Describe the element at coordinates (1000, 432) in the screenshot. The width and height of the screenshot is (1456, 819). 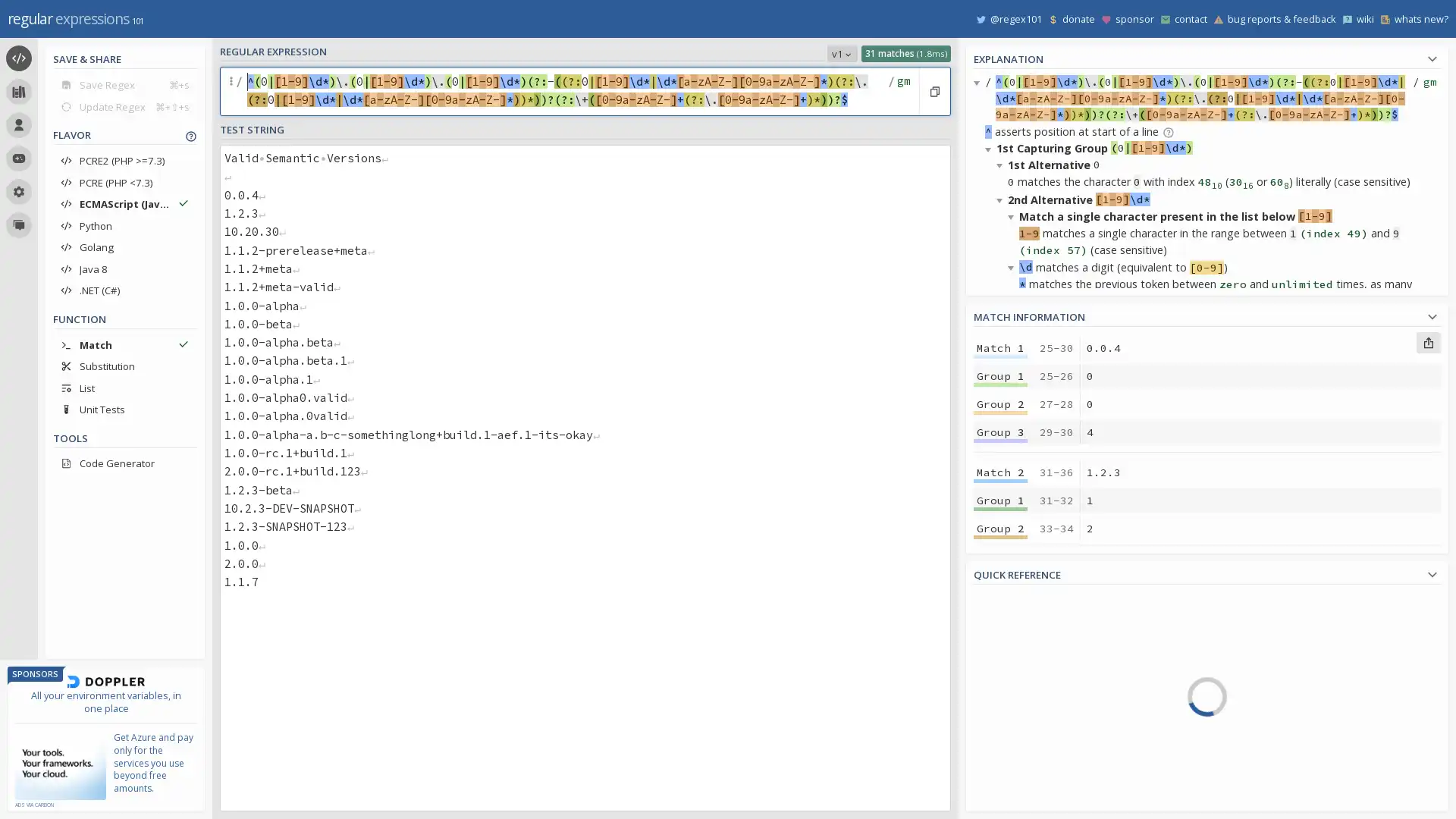
I see `Group 3` at that location.